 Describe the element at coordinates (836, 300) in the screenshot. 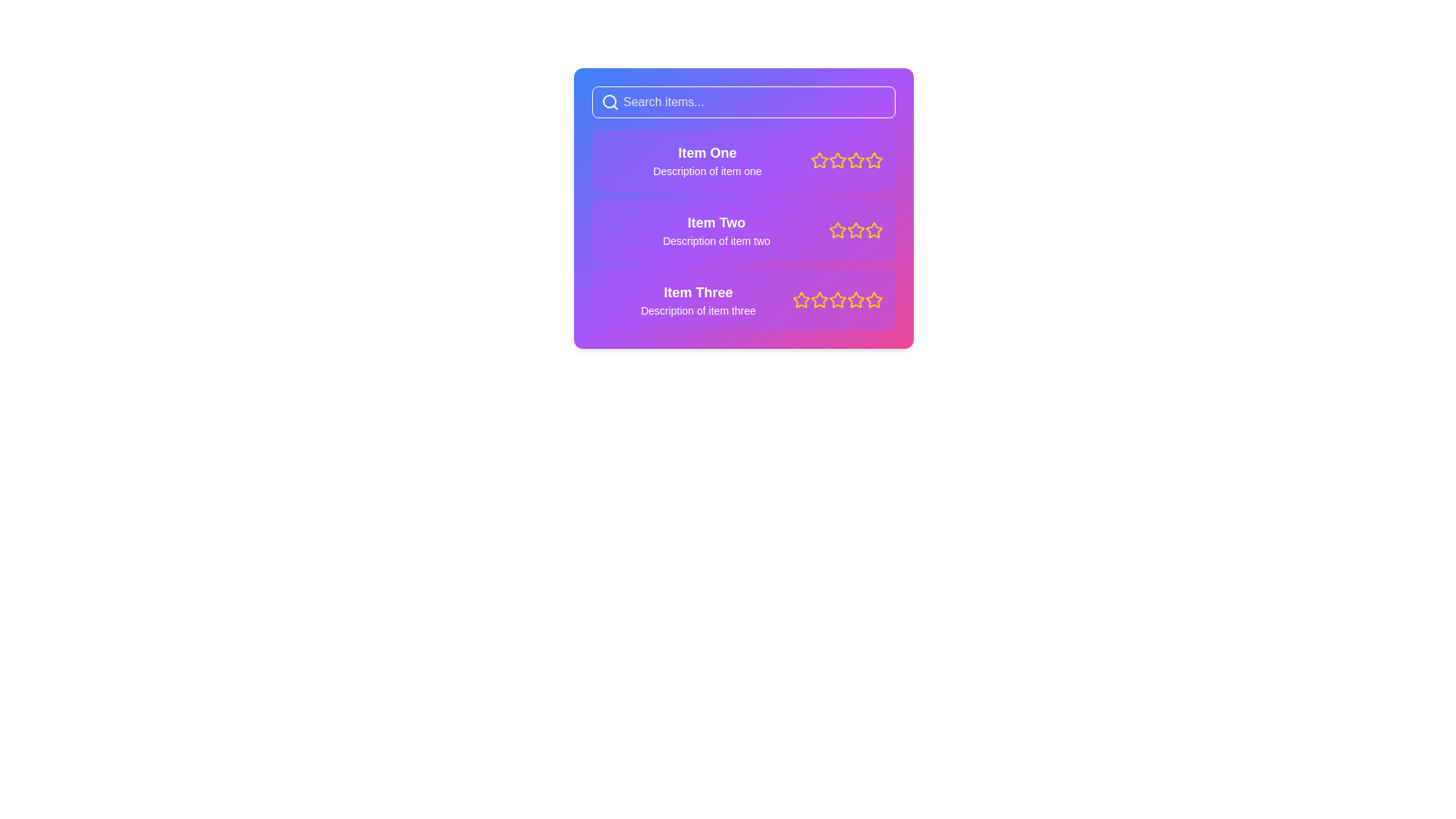

I see `the interactive Rating component, which is a row of five yellow star icons, aligned with the text 'Item Three - Description of item three'` at that location.